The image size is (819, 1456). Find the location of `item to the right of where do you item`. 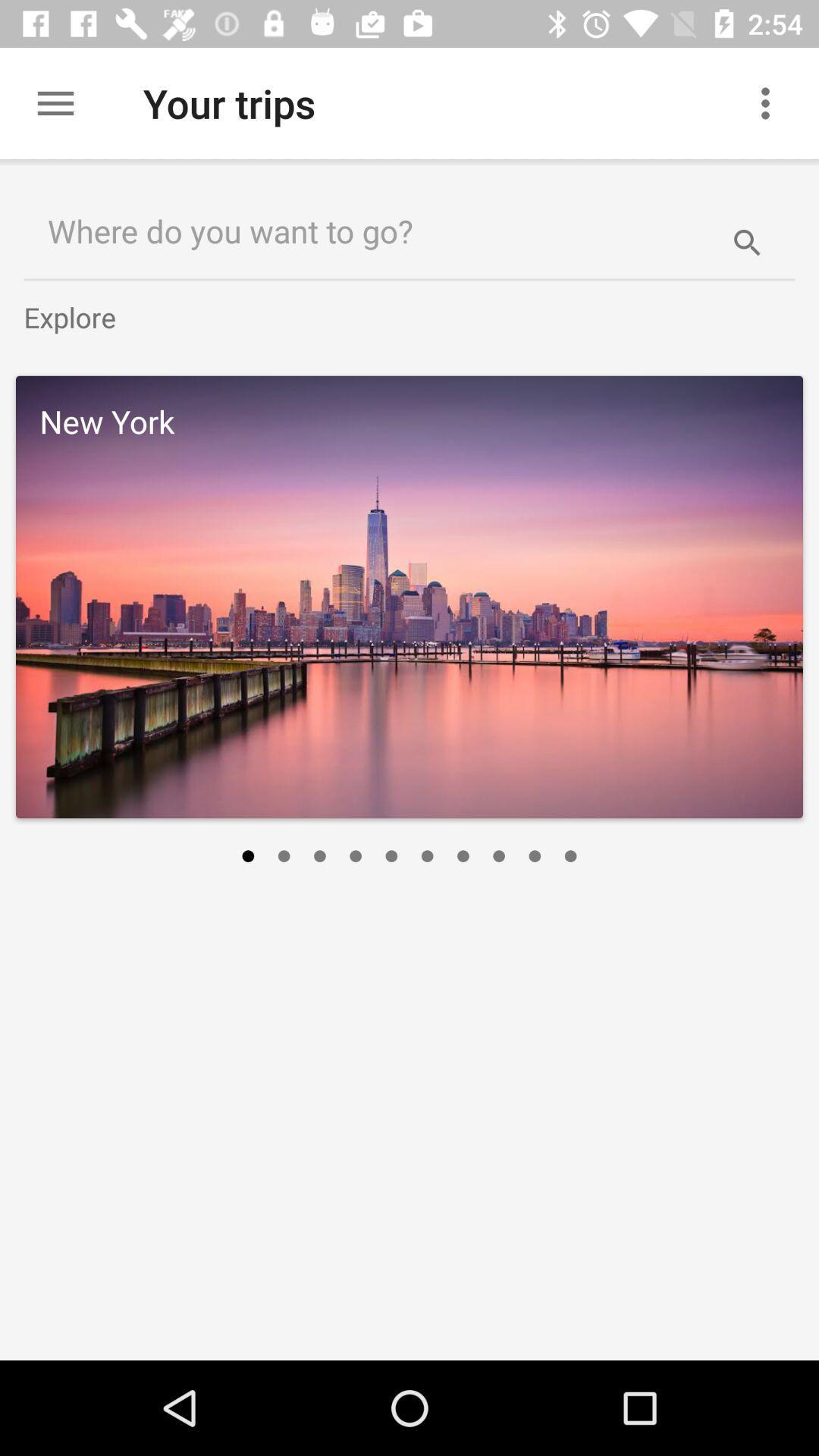

item to the right of where do you item is located at coordinates (746, 230).